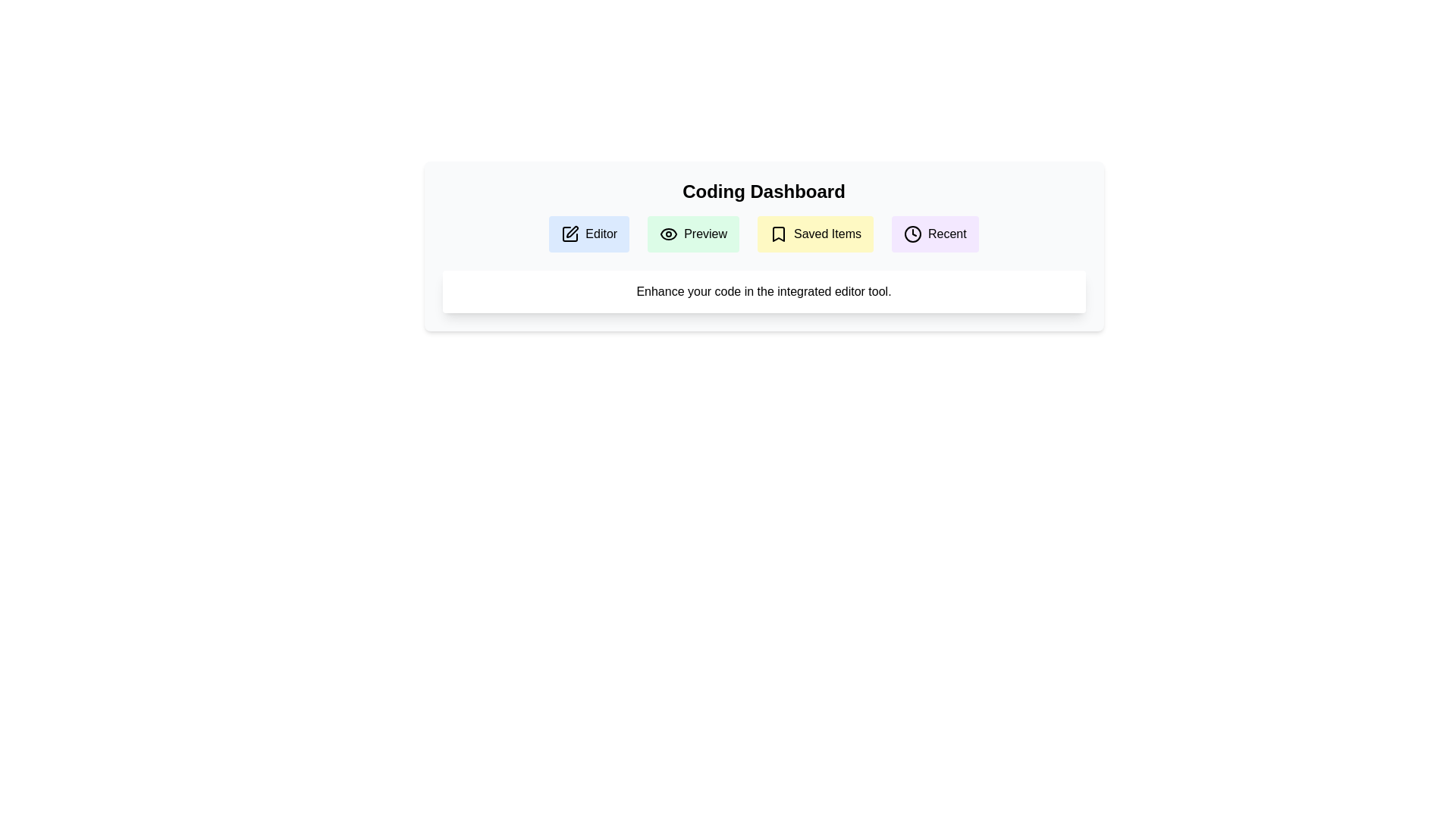  I want to click on the pen tip graphic element within the SVG icon, so click(572, 231).